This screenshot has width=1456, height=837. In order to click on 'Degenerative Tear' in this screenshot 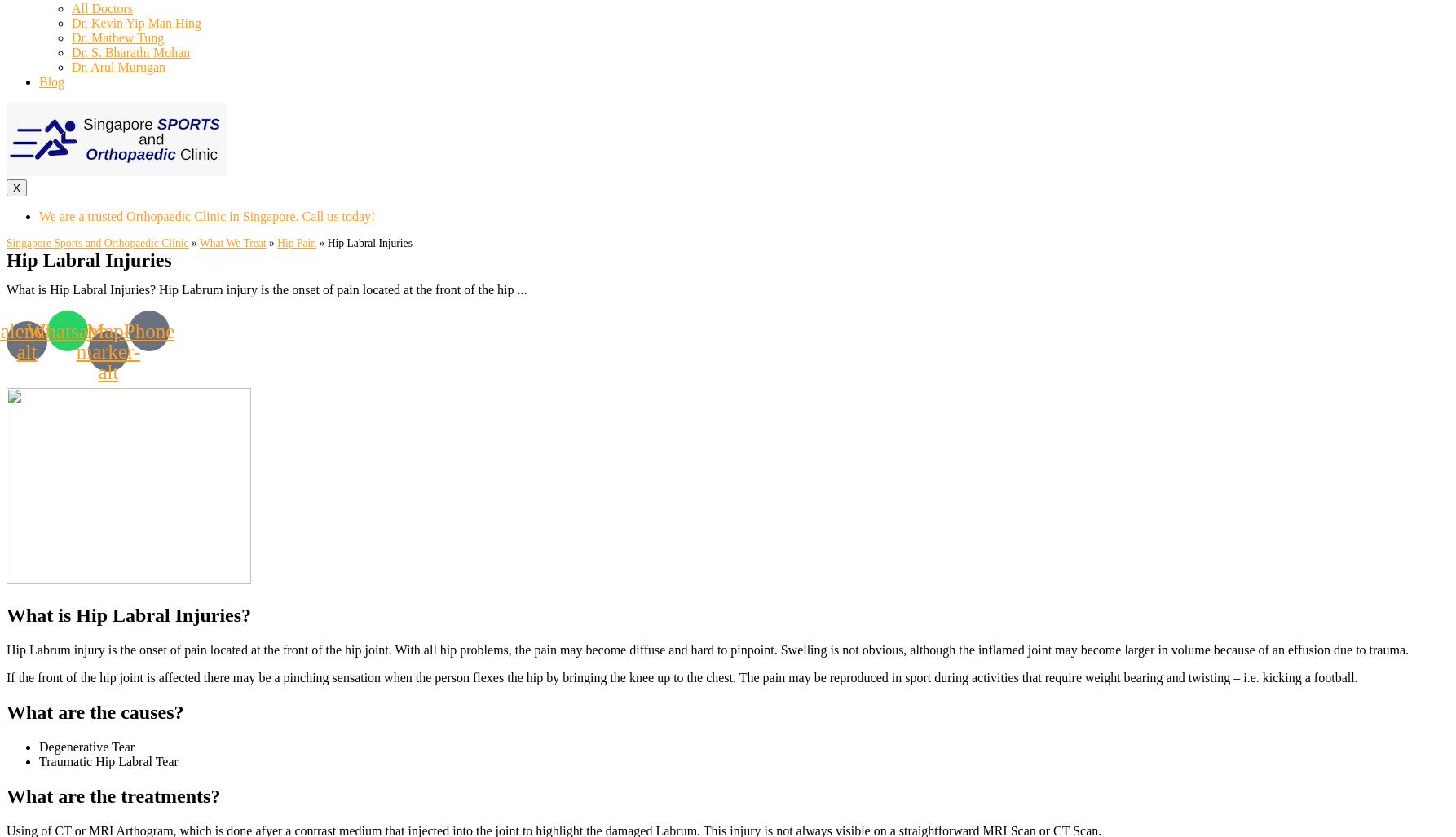, I will do `click(86, 746)`.